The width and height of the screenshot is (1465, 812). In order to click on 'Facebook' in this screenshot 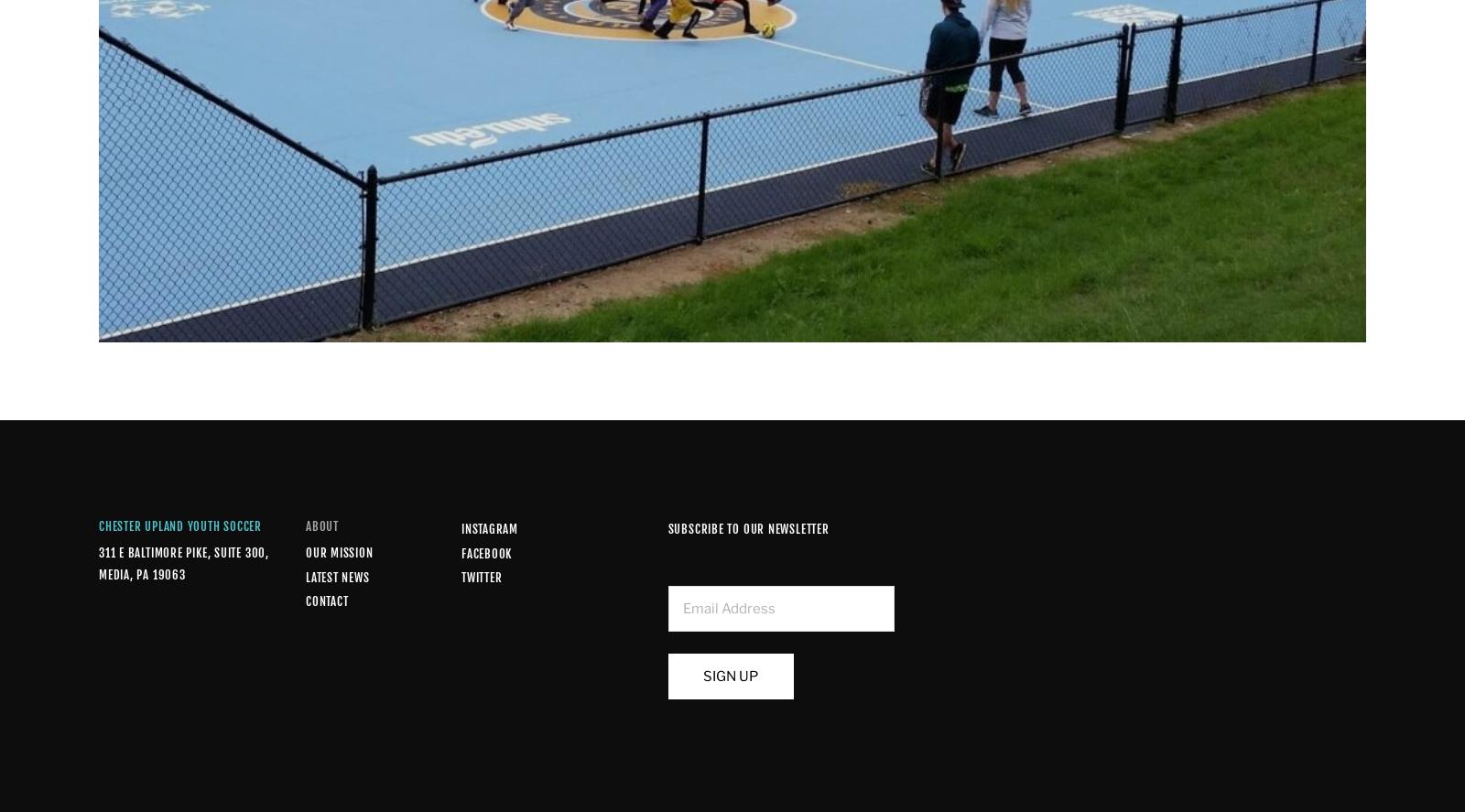, I will do `click(485, 552)`.